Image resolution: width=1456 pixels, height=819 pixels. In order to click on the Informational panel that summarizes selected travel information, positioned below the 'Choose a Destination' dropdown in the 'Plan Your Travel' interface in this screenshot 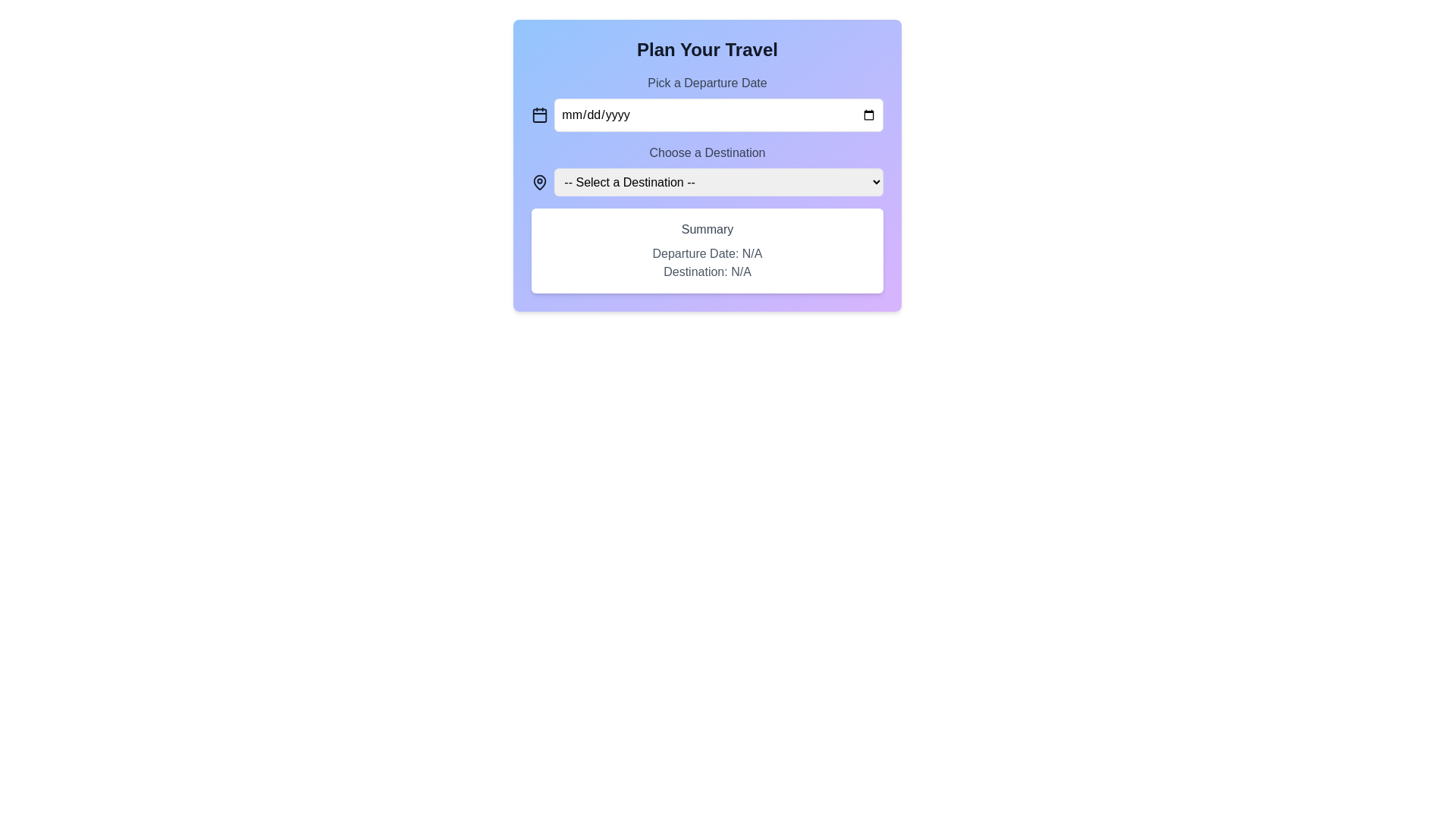, I will do `click(706, 250)`.